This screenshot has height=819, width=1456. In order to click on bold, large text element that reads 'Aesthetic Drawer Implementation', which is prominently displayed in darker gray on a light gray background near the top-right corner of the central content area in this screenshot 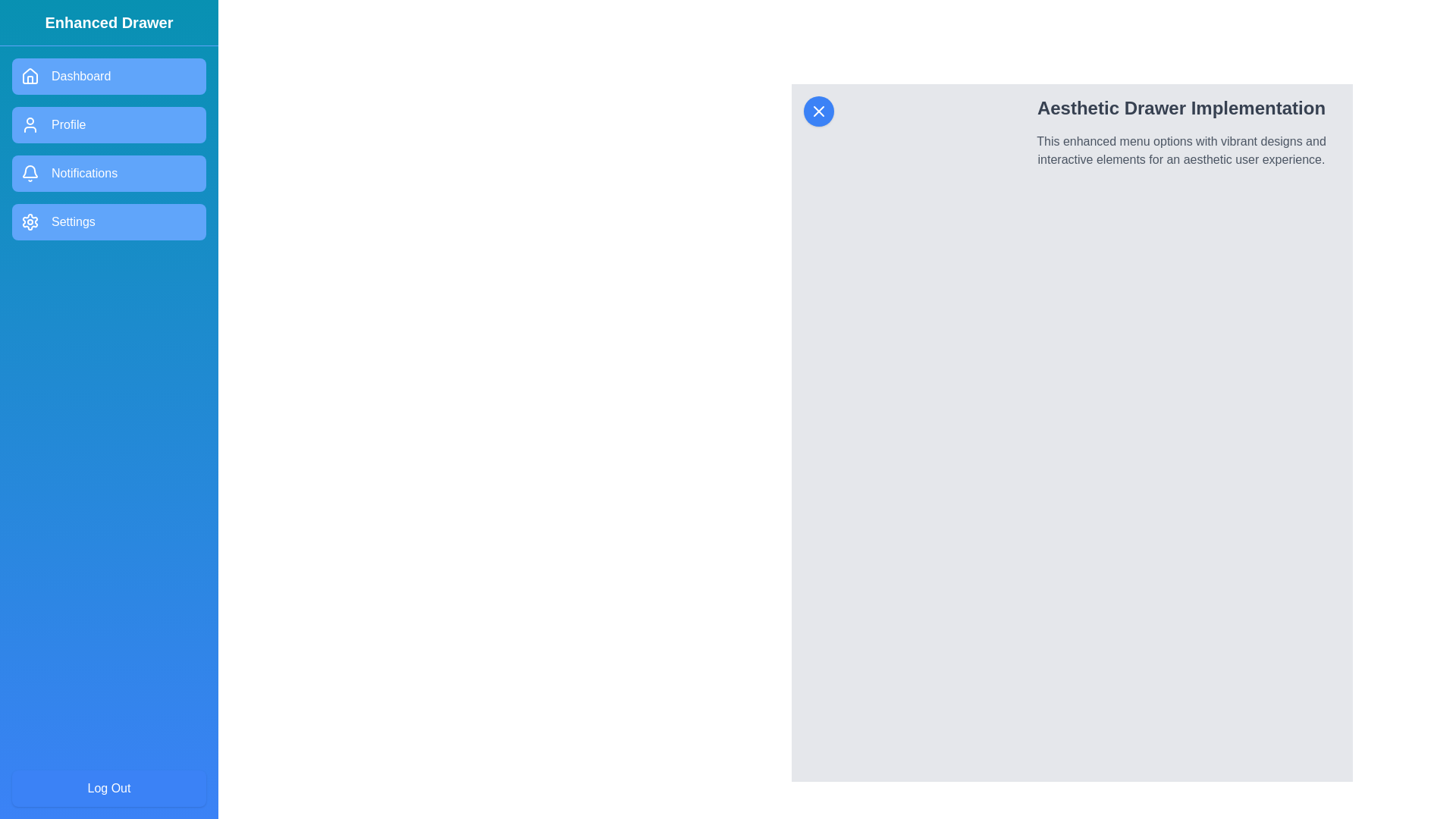, I will do `click(1181, 107)`.